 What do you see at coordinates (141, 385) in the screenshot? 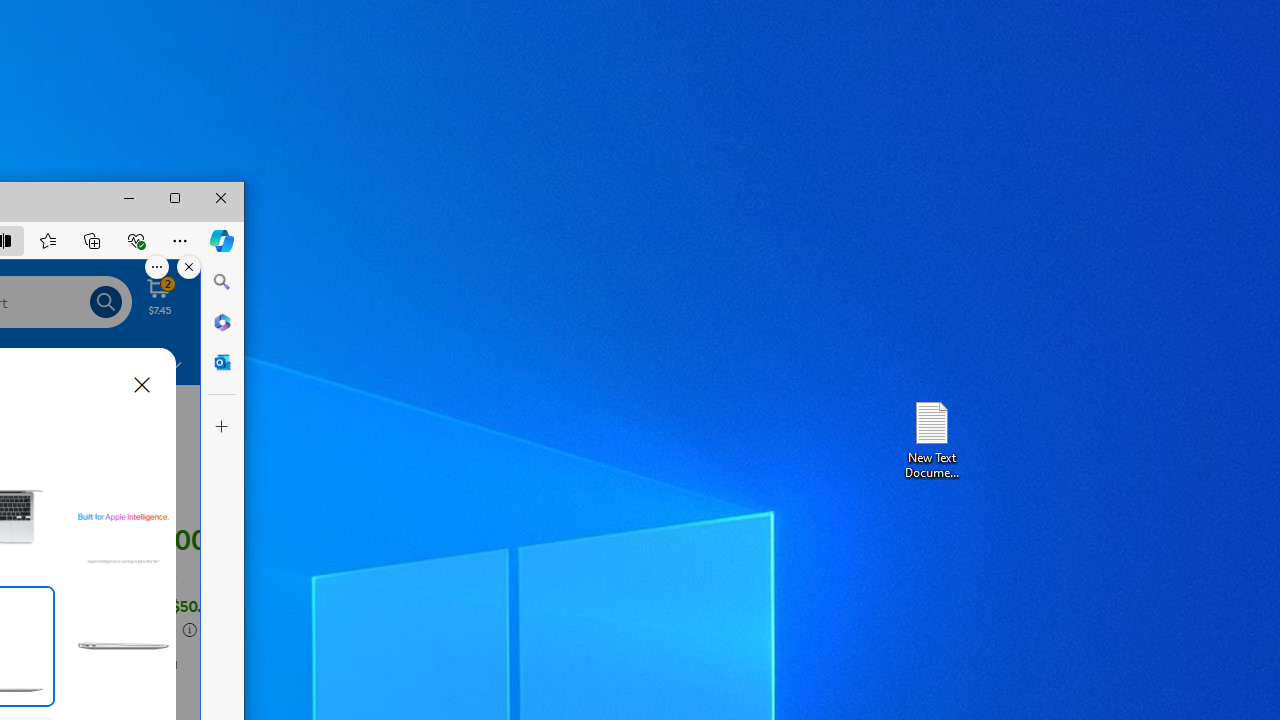
I see `'Close dialog'` at bounding box center [141, 385].